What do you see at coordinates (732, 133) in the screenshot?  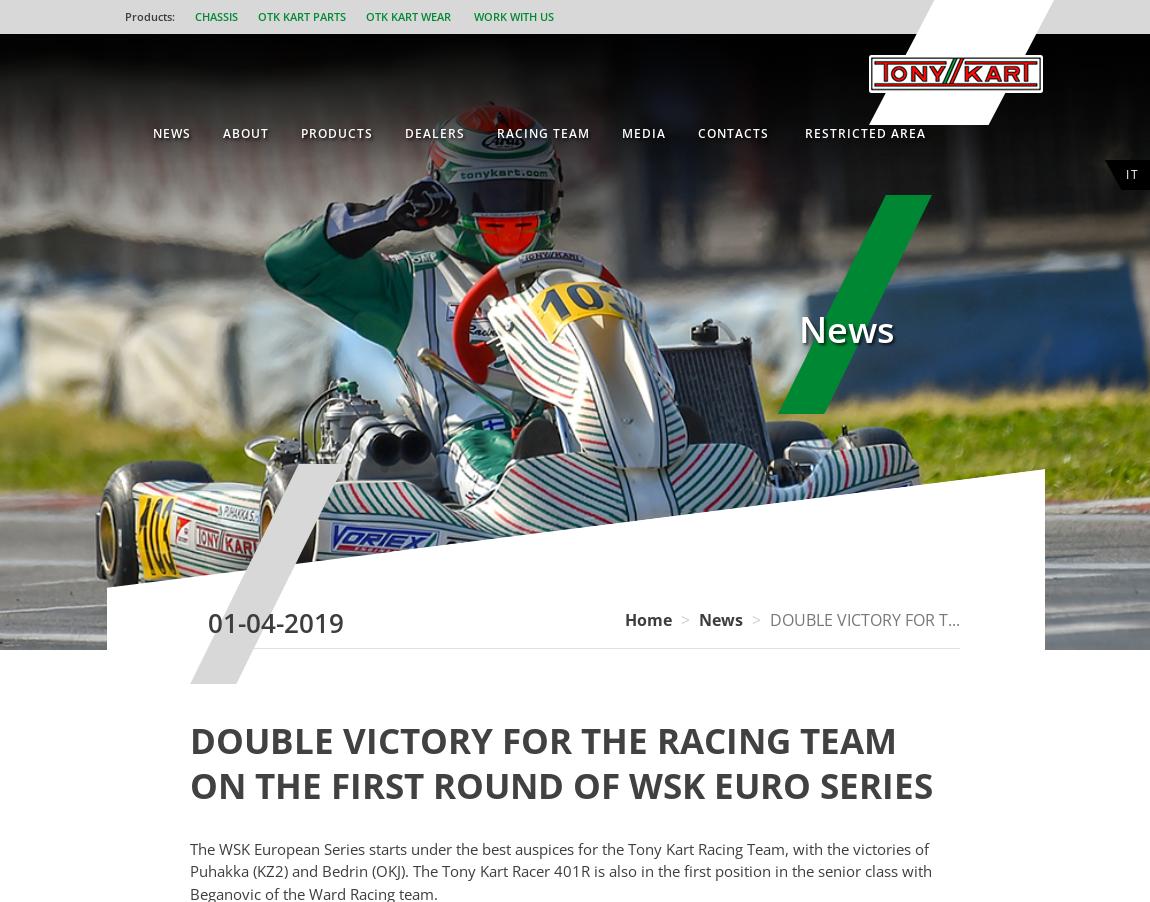 I see `'Contacts'` at bounding box center [732, 133].